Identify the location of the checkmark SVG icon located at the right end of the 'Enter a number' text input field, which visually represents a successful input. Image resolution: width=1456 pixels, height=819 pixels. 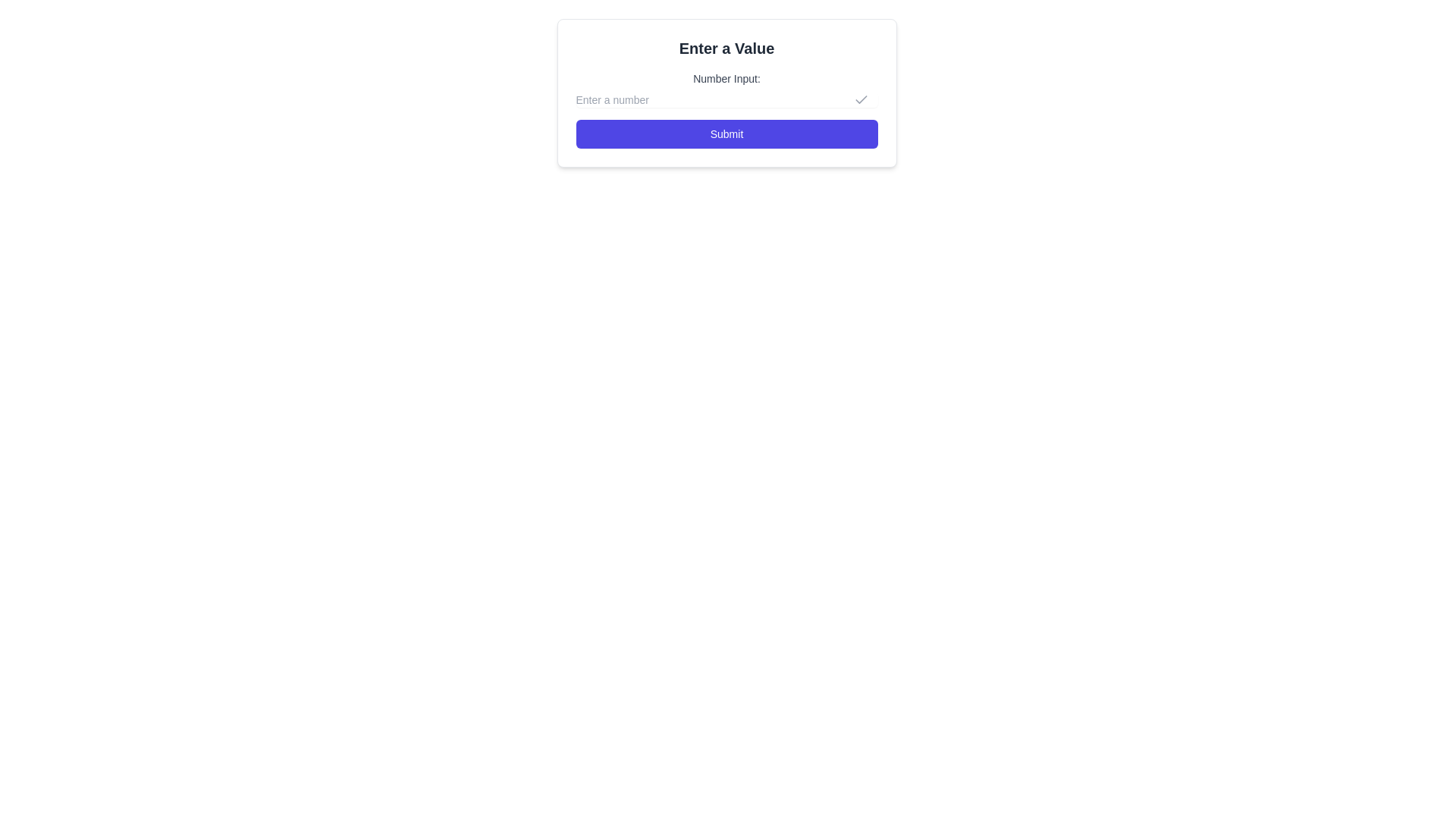
(861, 99).